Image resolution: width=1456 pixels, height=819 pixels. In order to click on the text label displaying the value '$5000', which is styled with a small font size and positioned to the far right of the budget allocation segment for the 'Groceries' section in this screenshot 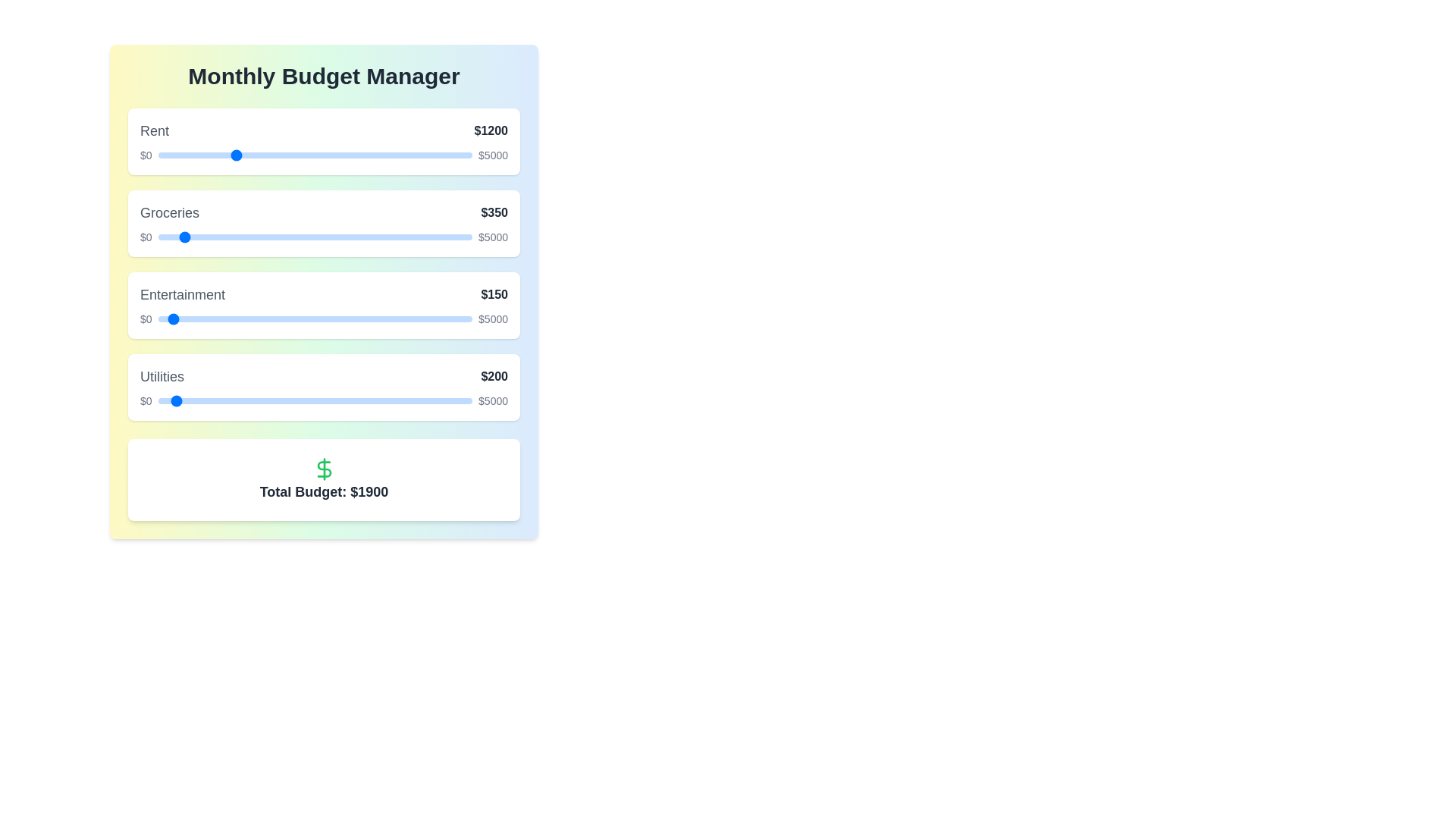, I will do `click(493, 237)`.